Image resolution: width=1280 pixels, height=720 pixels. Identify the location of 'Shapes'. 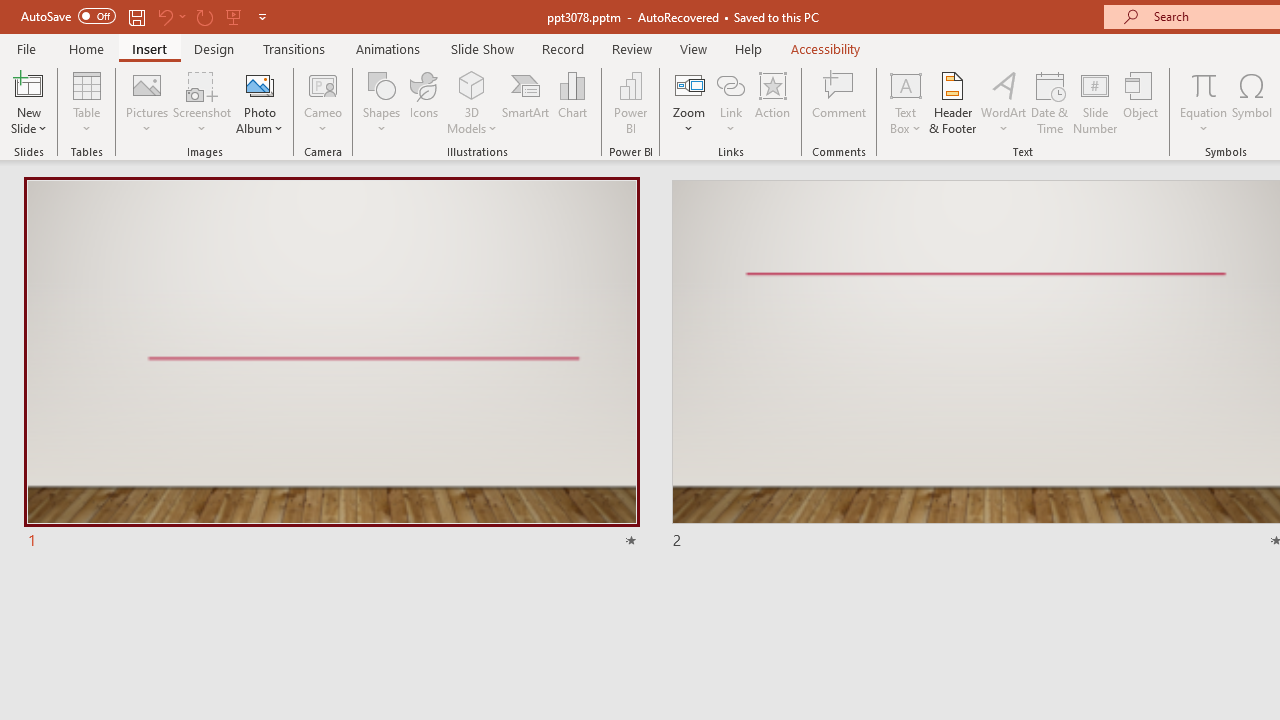
(382, 103).